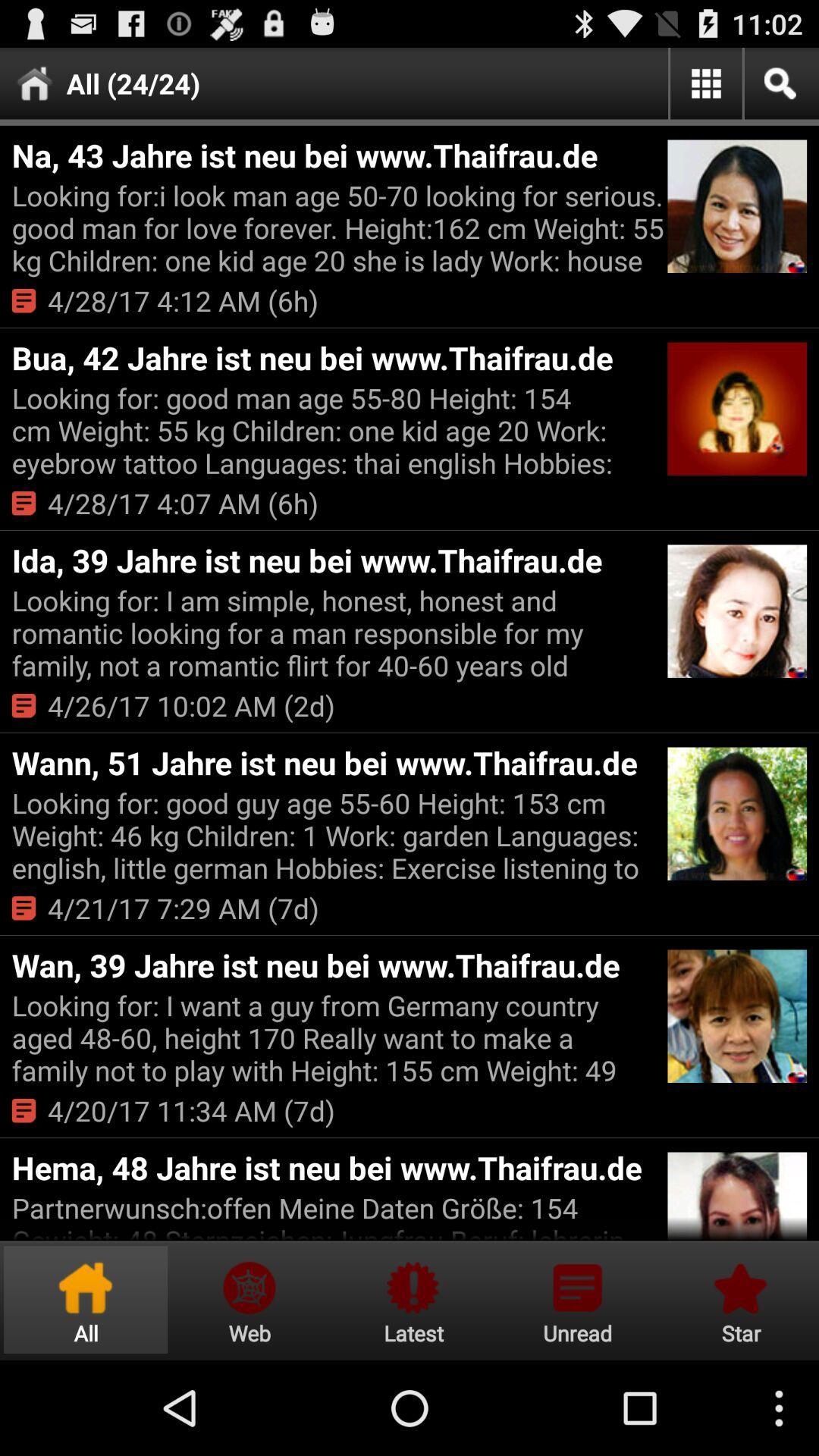 The image size is (819, 1456). I want to click on na 43 jahre, so click(337, 155).